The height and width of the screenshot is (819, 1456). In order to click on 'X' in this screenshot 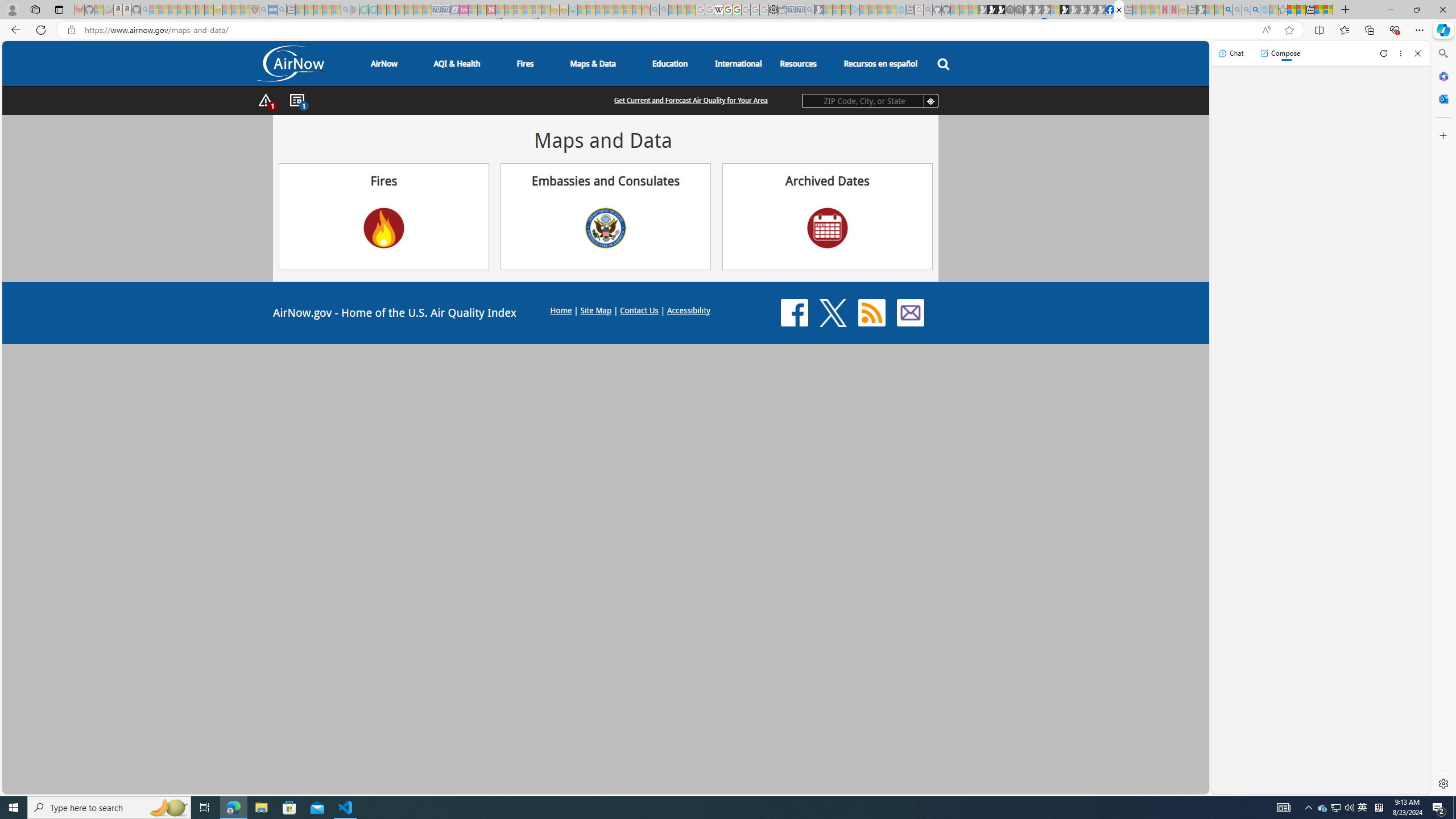, I will do `click(833, 312)`.